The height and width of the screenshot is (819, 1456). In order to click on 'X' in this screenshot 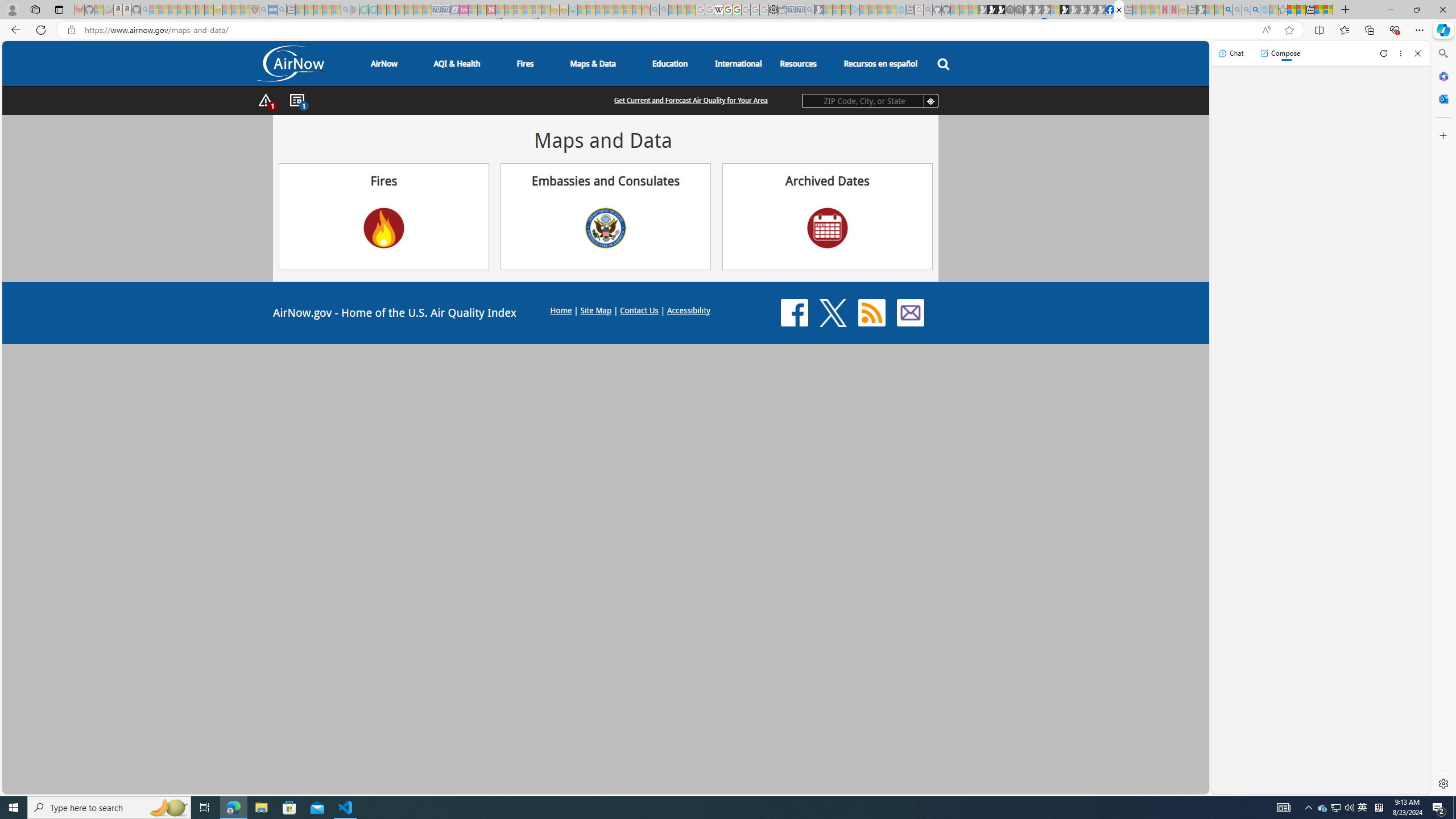, I will do `click(833, 312)`.